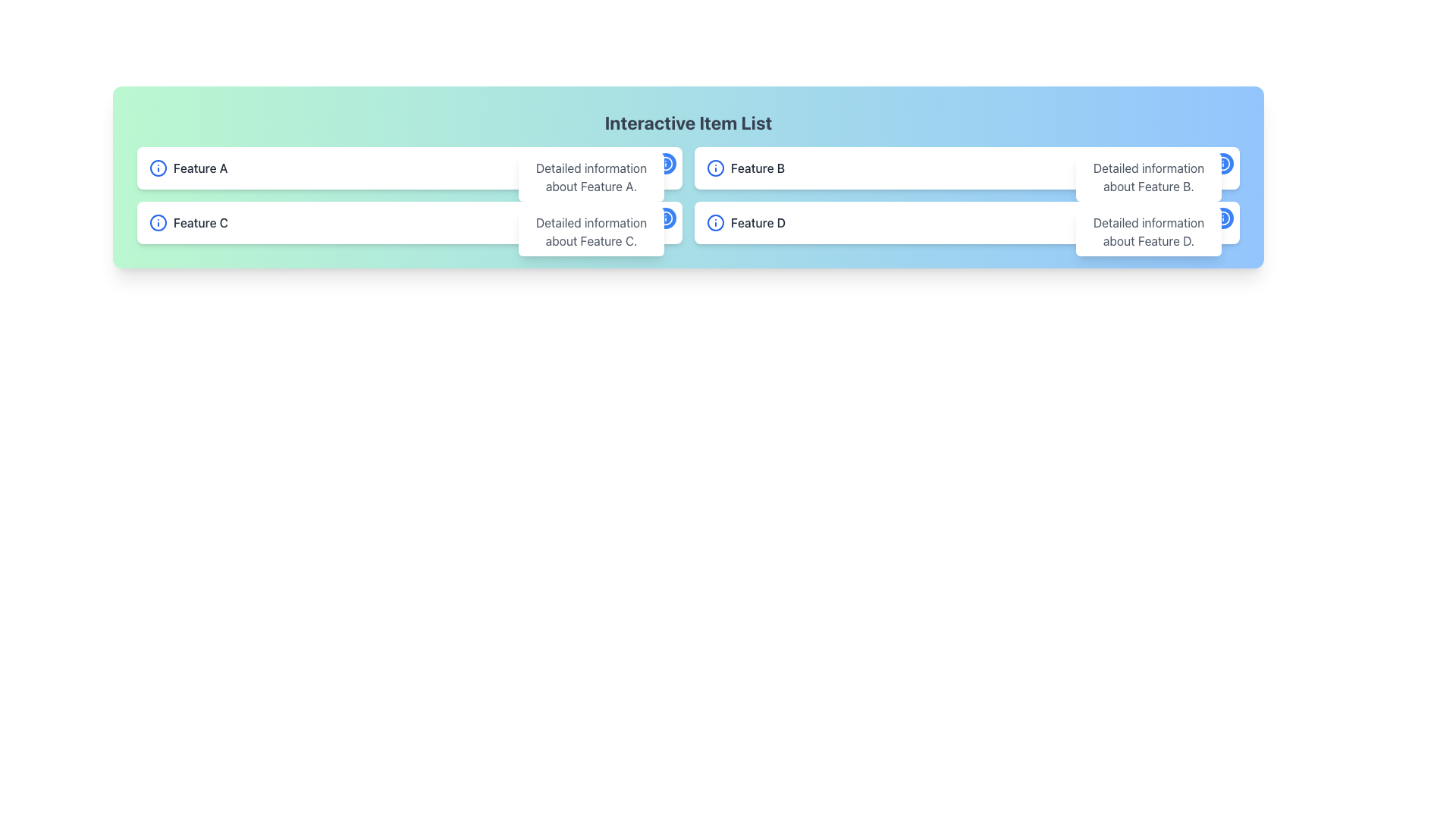 Image resolution: width=1456 pixels, height=819 pixels. What do you see at coordinates (666, 218) in the screenshot?
I see `blue circular SVG icon that resembles an information symbol, located next to 'Feature C' in the second row of the Interactive Item List` at bounding box center [666, 218].